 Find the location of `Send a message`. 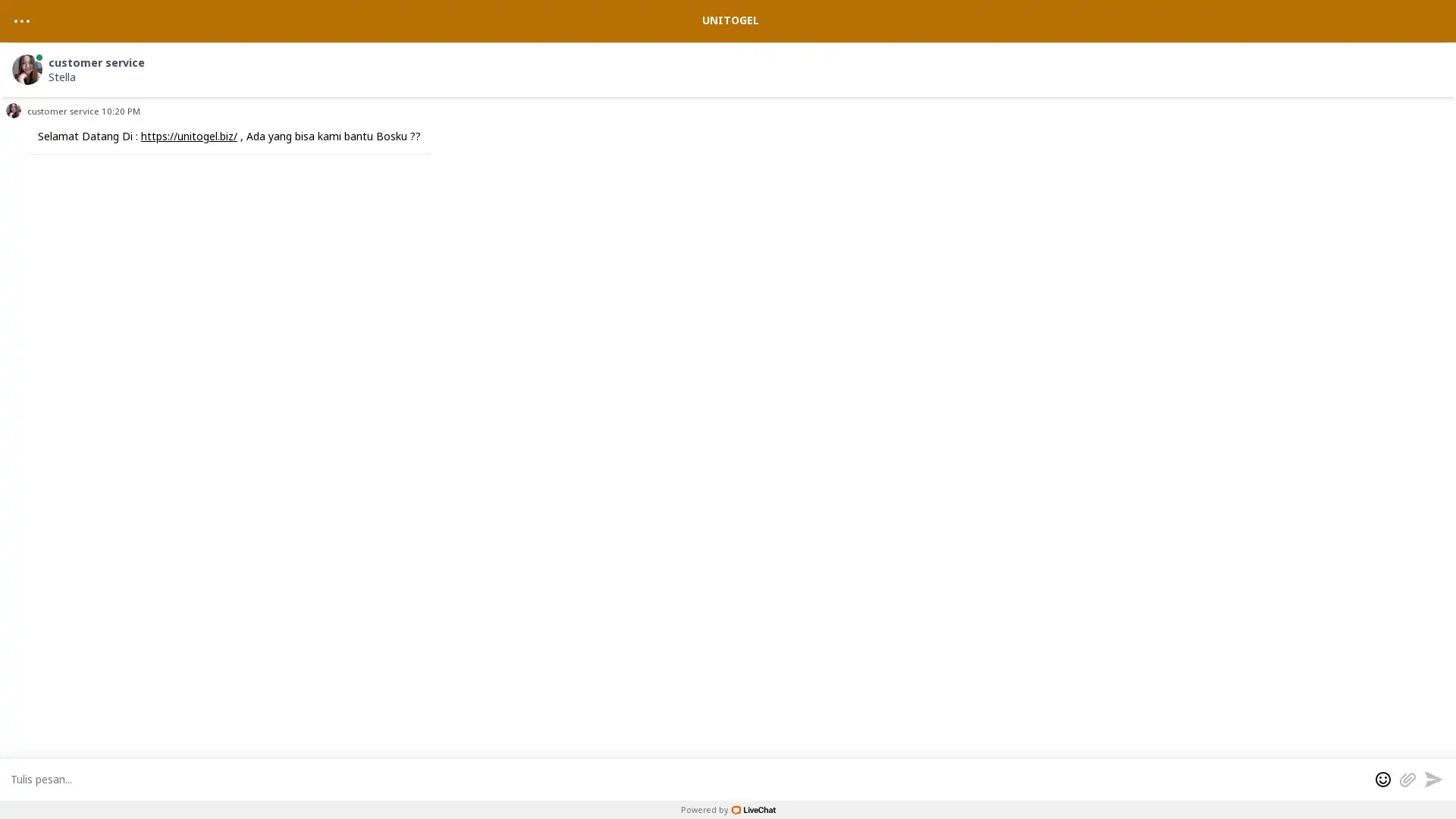

Send a message is located at coordinates (1432, 778).